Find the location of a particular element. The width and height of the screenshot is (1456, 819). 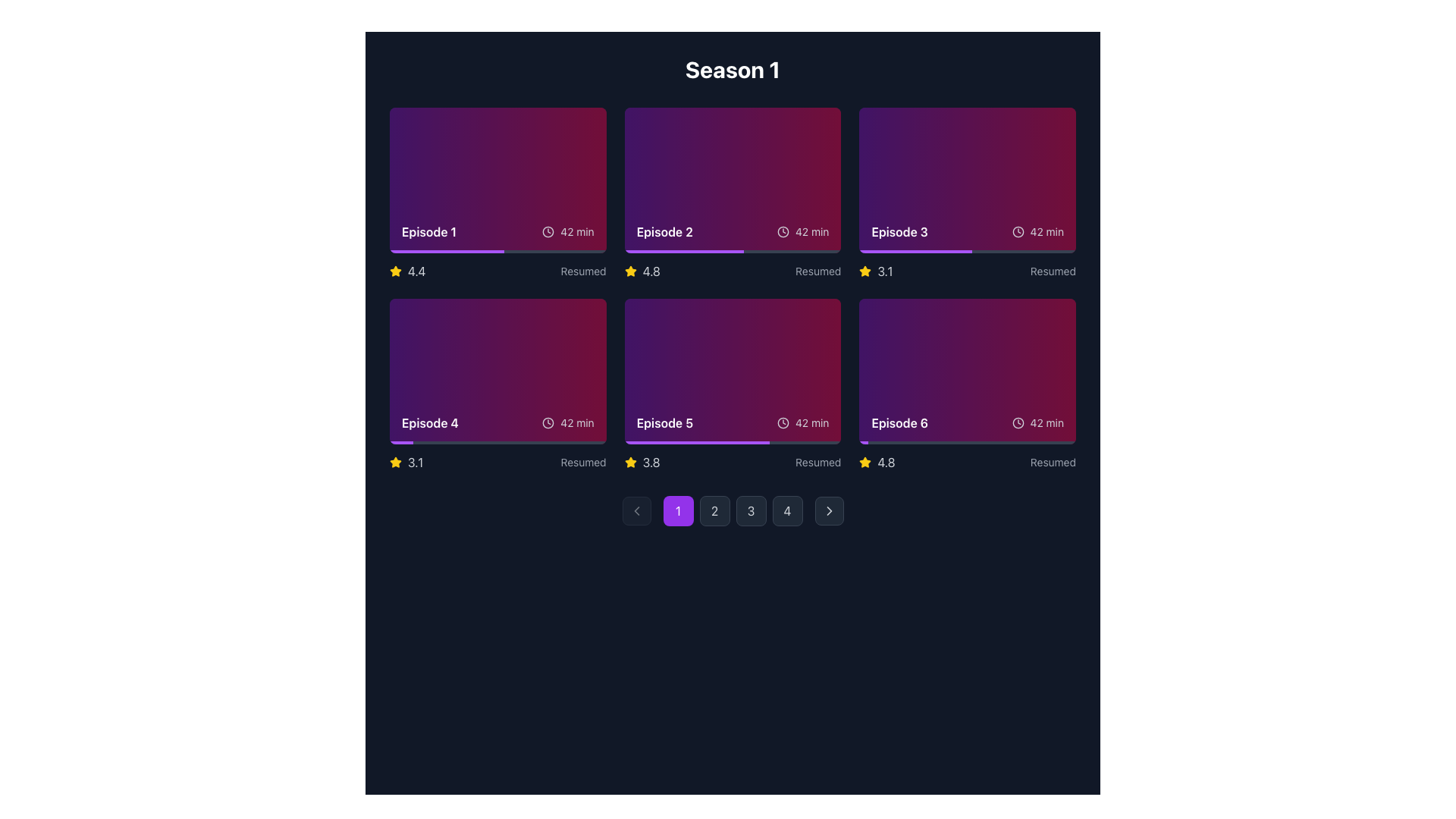

the Preview card representing 'Episode 6' in the grid layout is located at coordinates (967, 384).